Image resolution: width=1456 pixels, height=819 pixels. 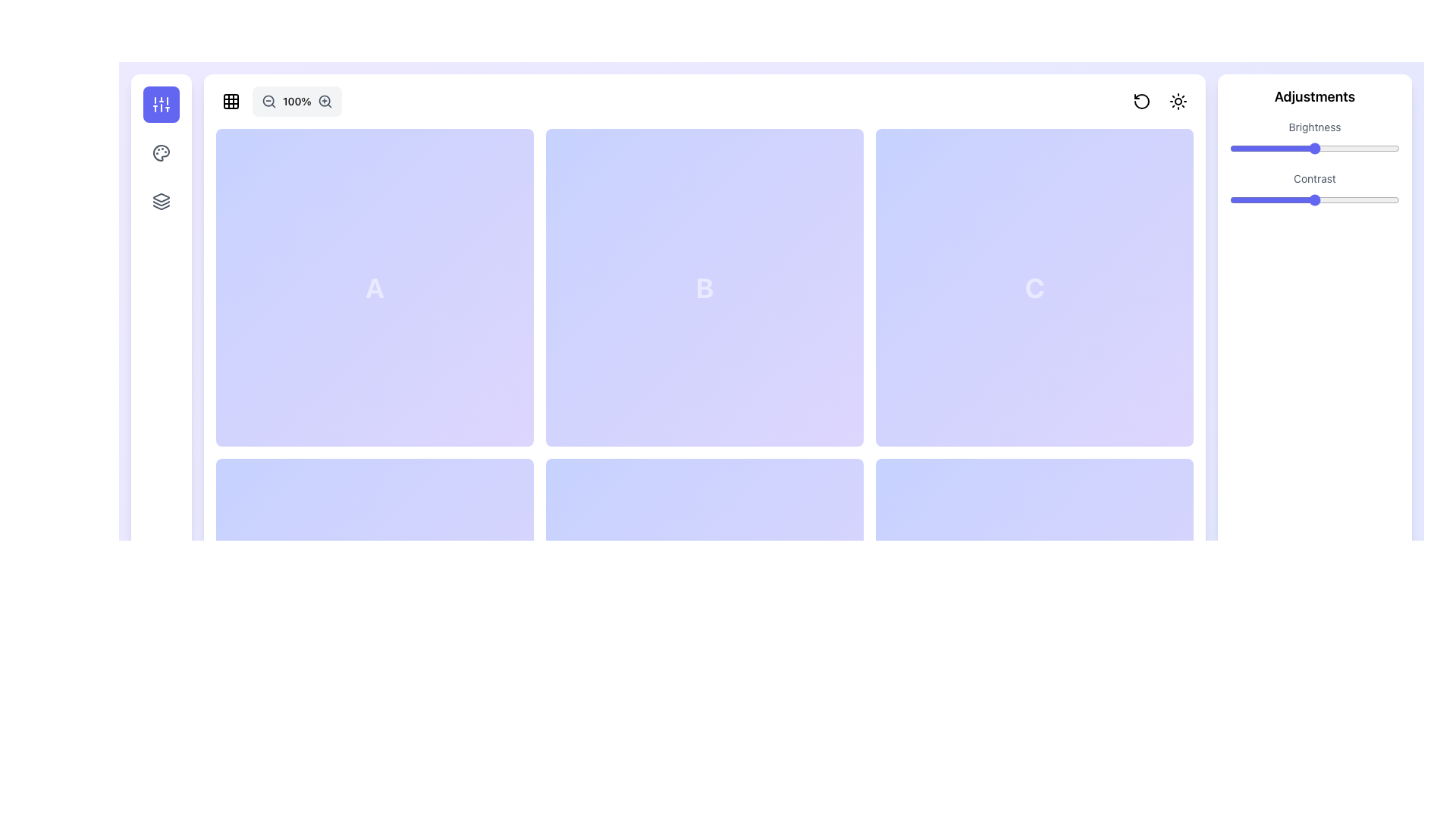 What do you see at coordinates (1240, 199) in the screenshot?
I see `the contrast` at bounding box center [1240, 199].